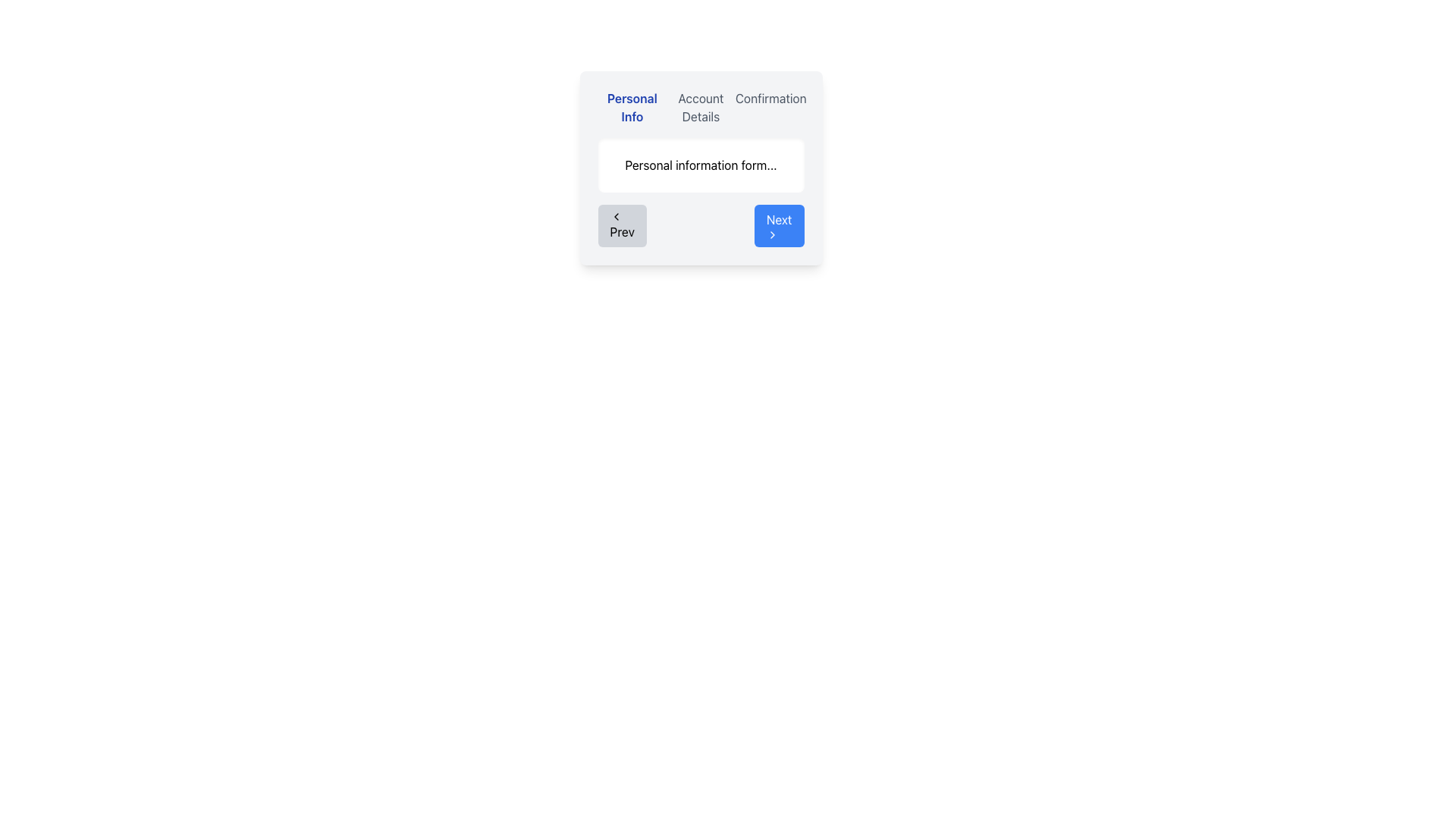  Describe the element at coordinates (616, 216) in the screenshot. I see `the small left arrow icon within the 'Prev' button located at the bottom-left corner of the modal interface` at that location.